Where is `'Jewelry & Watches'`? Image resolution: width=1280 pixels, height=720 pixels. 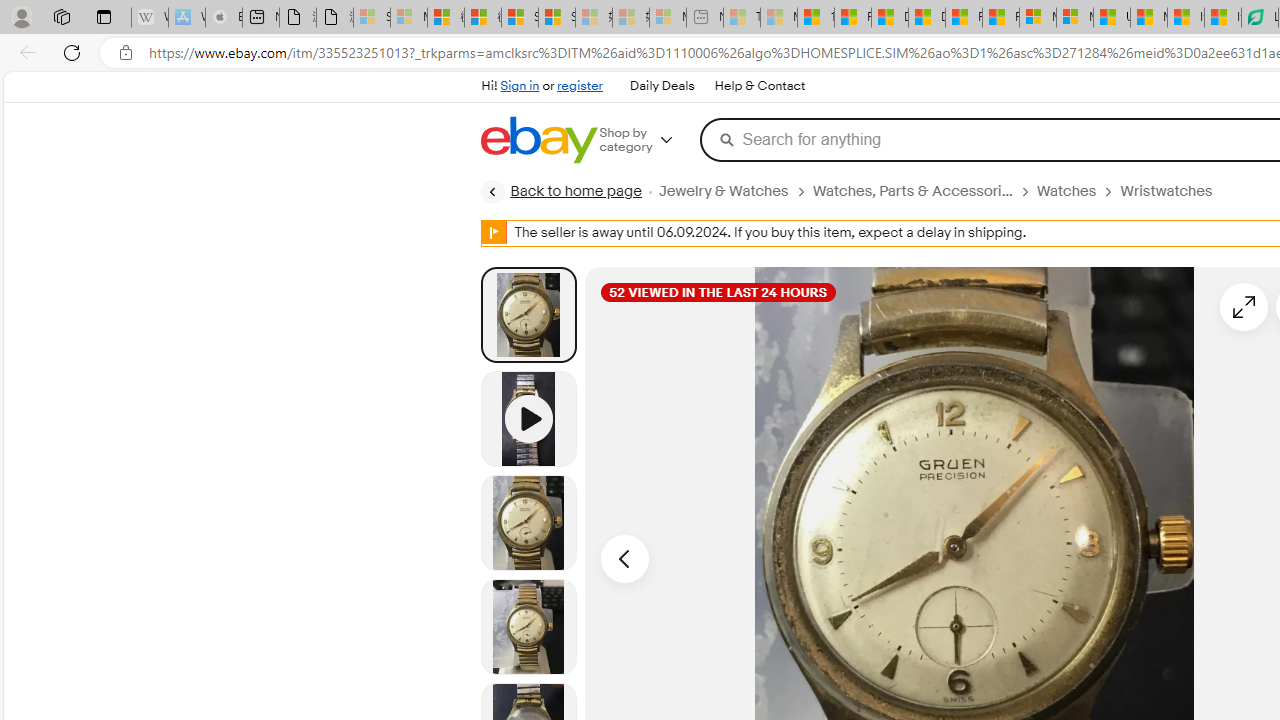
'Jewelry & Watches' is located at coordinates (722, 191).